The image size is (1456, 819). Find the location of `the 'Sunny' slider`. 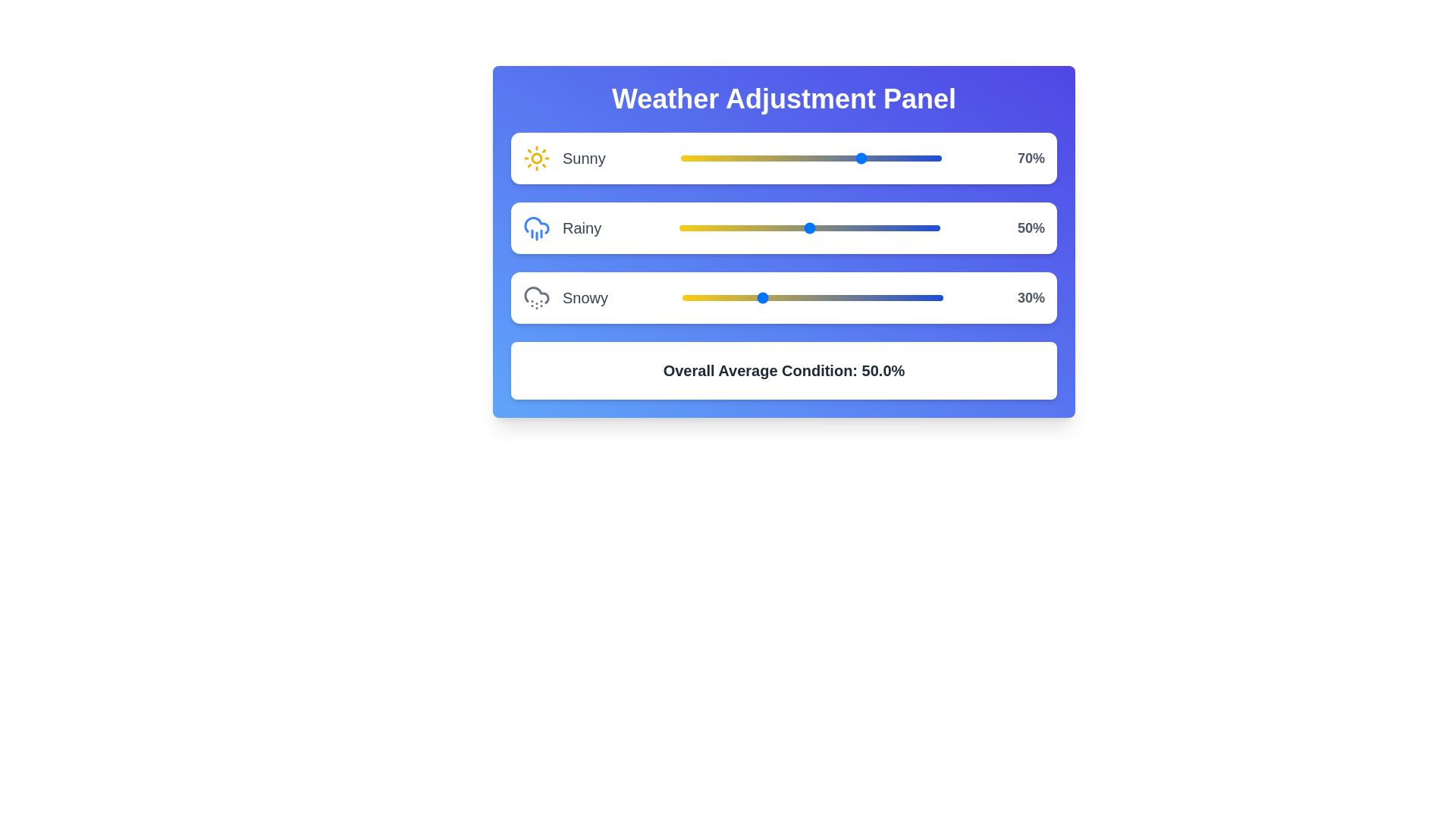

the 'Sunny' slider is located at coordinates (826, 155).